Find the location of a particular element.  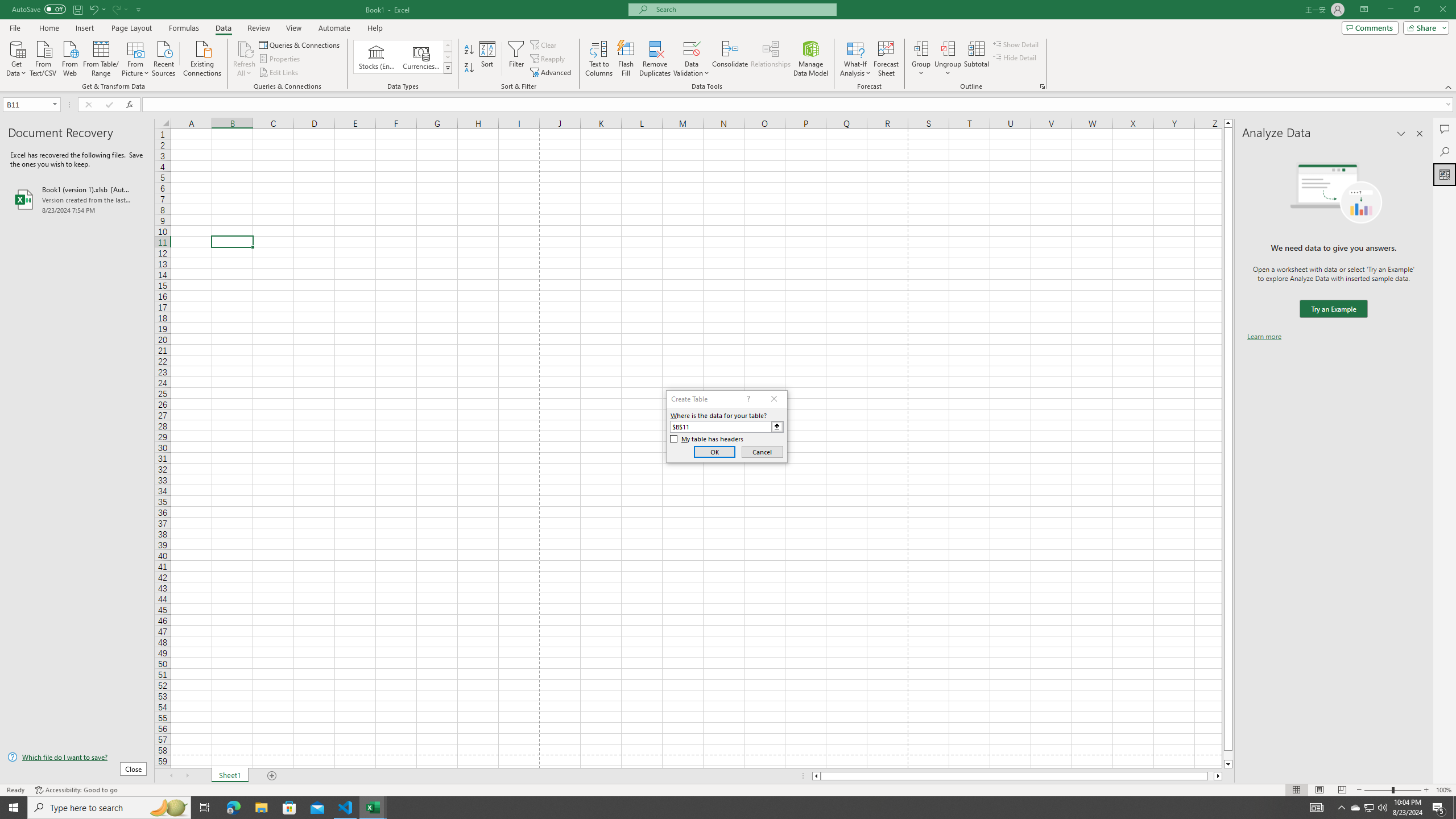

'Properties' is located at coordinates (280, 59).